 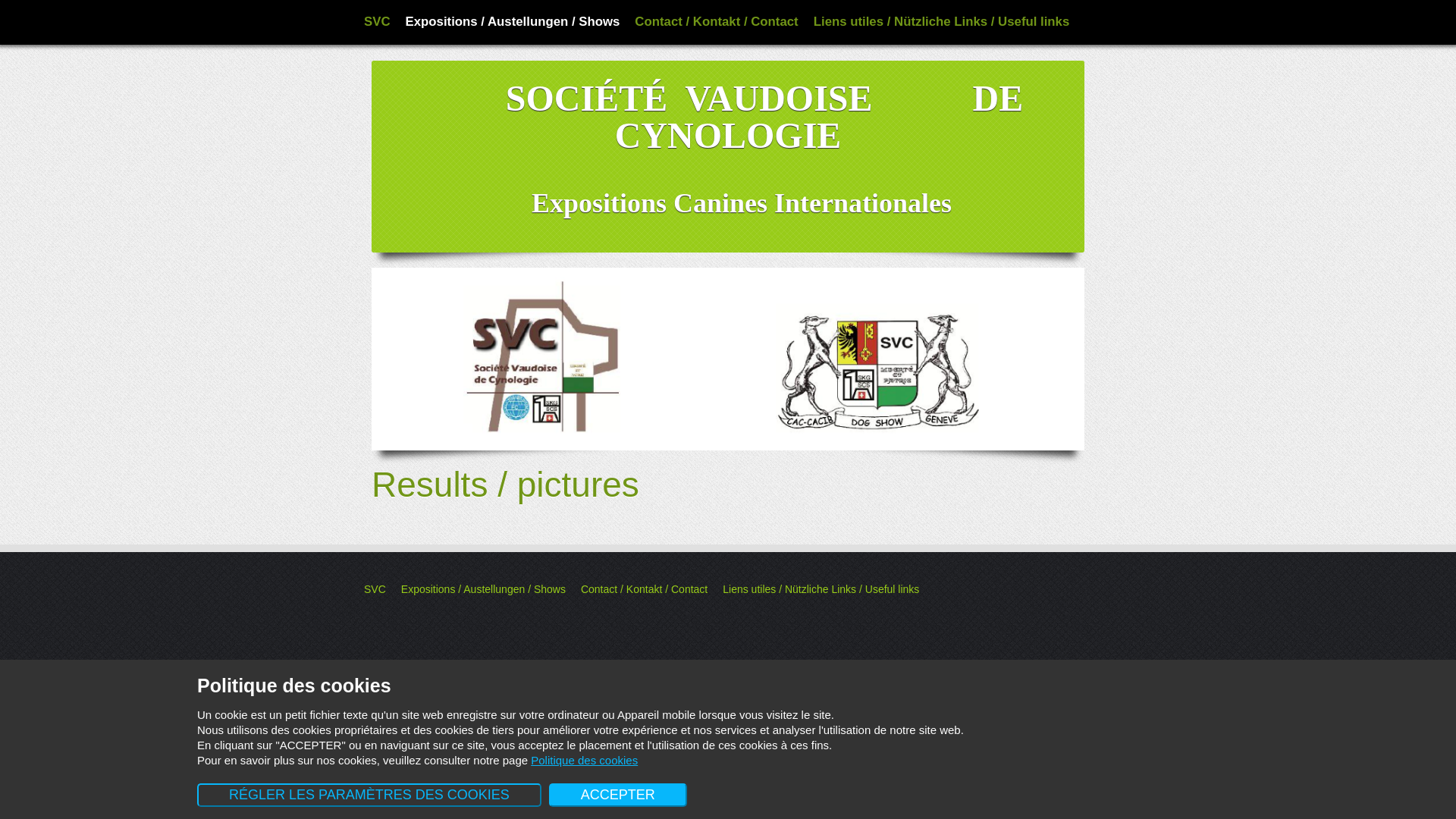 I want to click on 'ACCEPTER', so click(x=618, y=794).